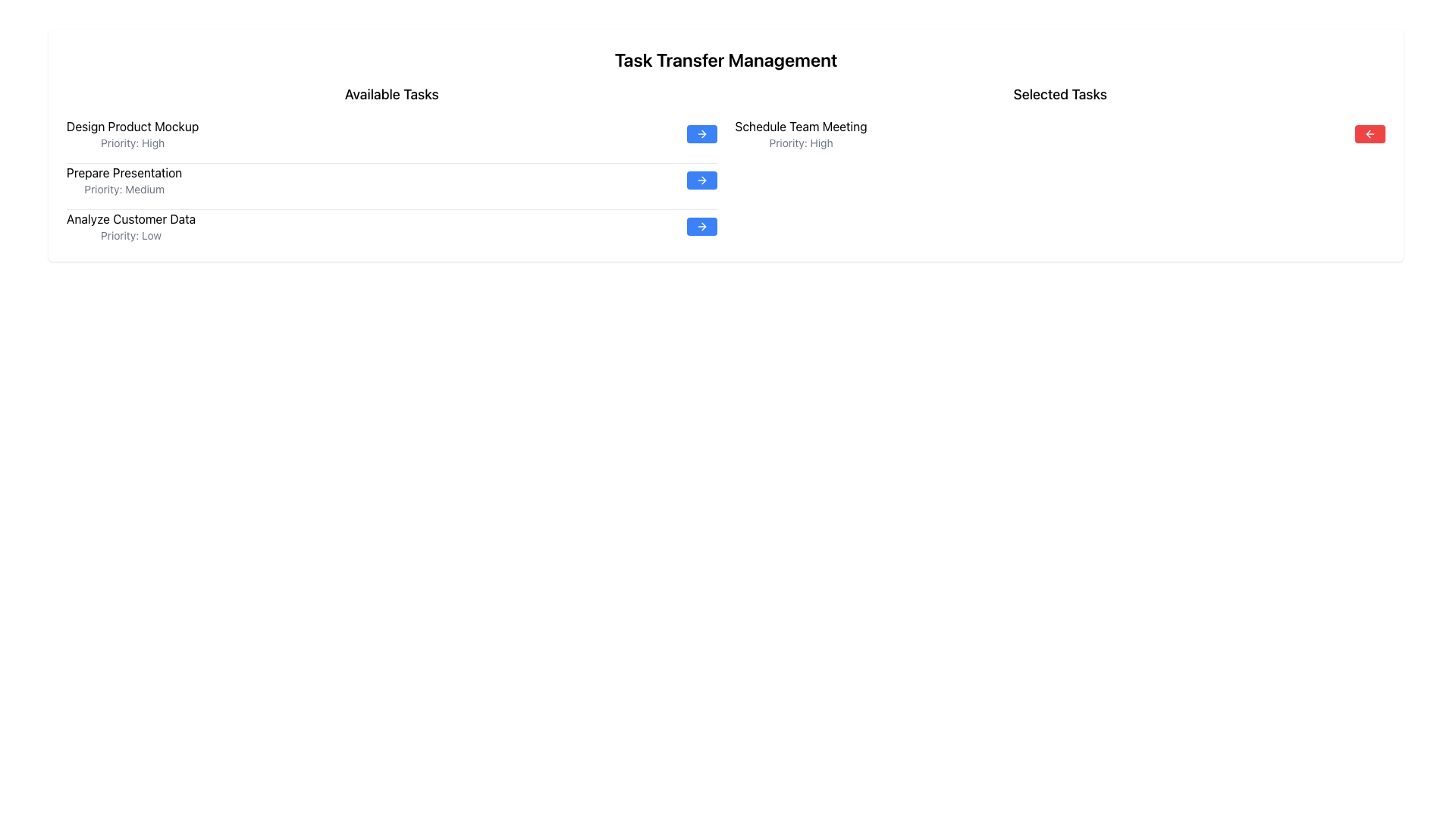 The width and height of the screenshot is (1456, 819). Describe the element at coordinates (124, 171) in the screenshot. I see `the 'Prepare Presentation' text label, which is the second element in the 'Available Tasks' section, positioned between 'Design Product Mockup' and 'Analyze Customer Data'` at that location.